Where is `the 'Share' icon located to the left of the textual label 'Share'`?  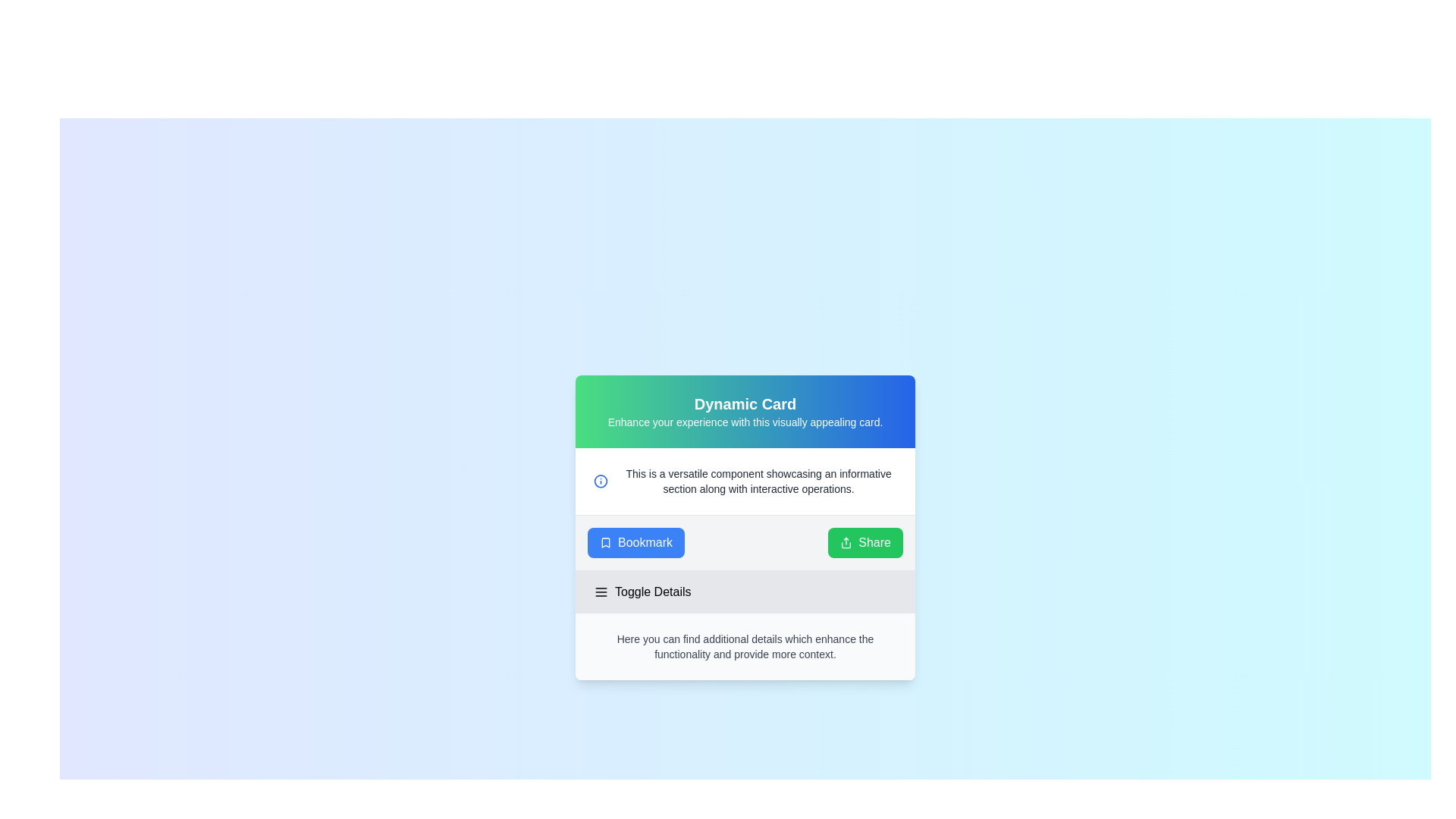
the 'Share' icon located to the left of the textual label 'Share' is located at coordinates (846, 542).